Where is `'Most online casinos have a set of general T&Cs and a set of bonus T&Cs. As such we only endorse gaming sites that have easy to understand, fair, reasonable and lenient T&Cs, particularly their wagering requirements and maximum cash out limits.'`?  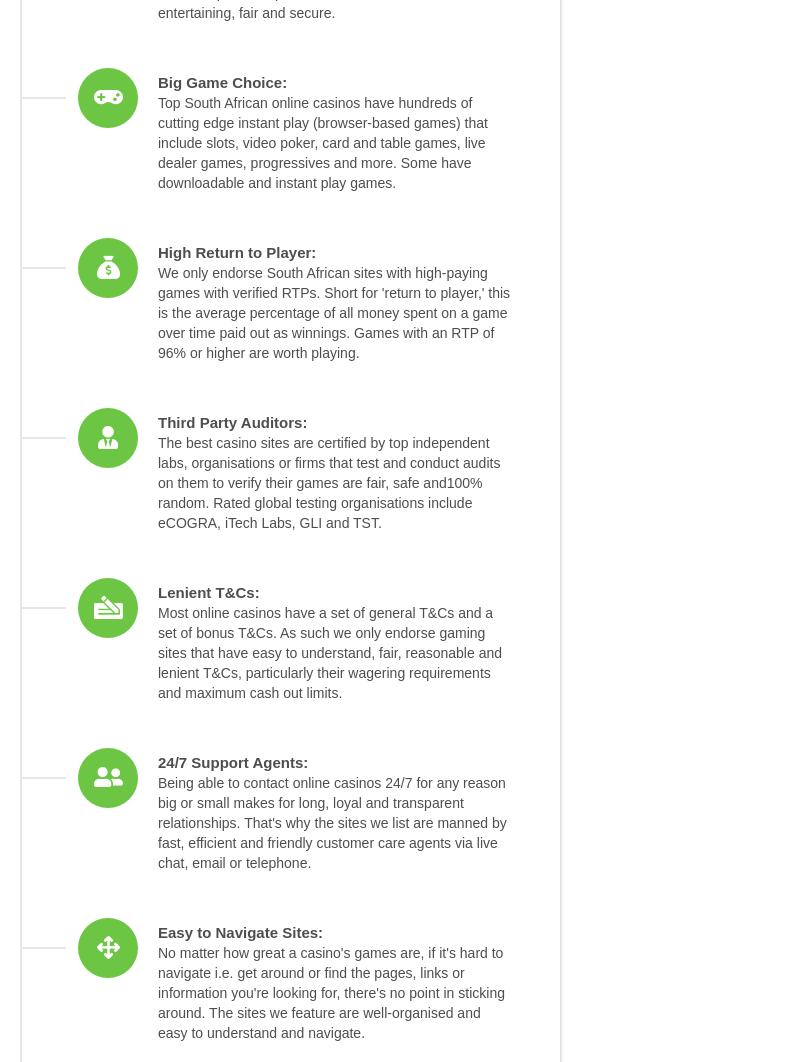
'Most online casinos have a set of general T&Cs and a set of bonus T&Cs. As such we only endorse gaming sites that have easy to understand, fair, reasonable and lenient T&Cs, particularly their wagering requirements and maximum cash out limits.' is located at coordinates (329, 653).